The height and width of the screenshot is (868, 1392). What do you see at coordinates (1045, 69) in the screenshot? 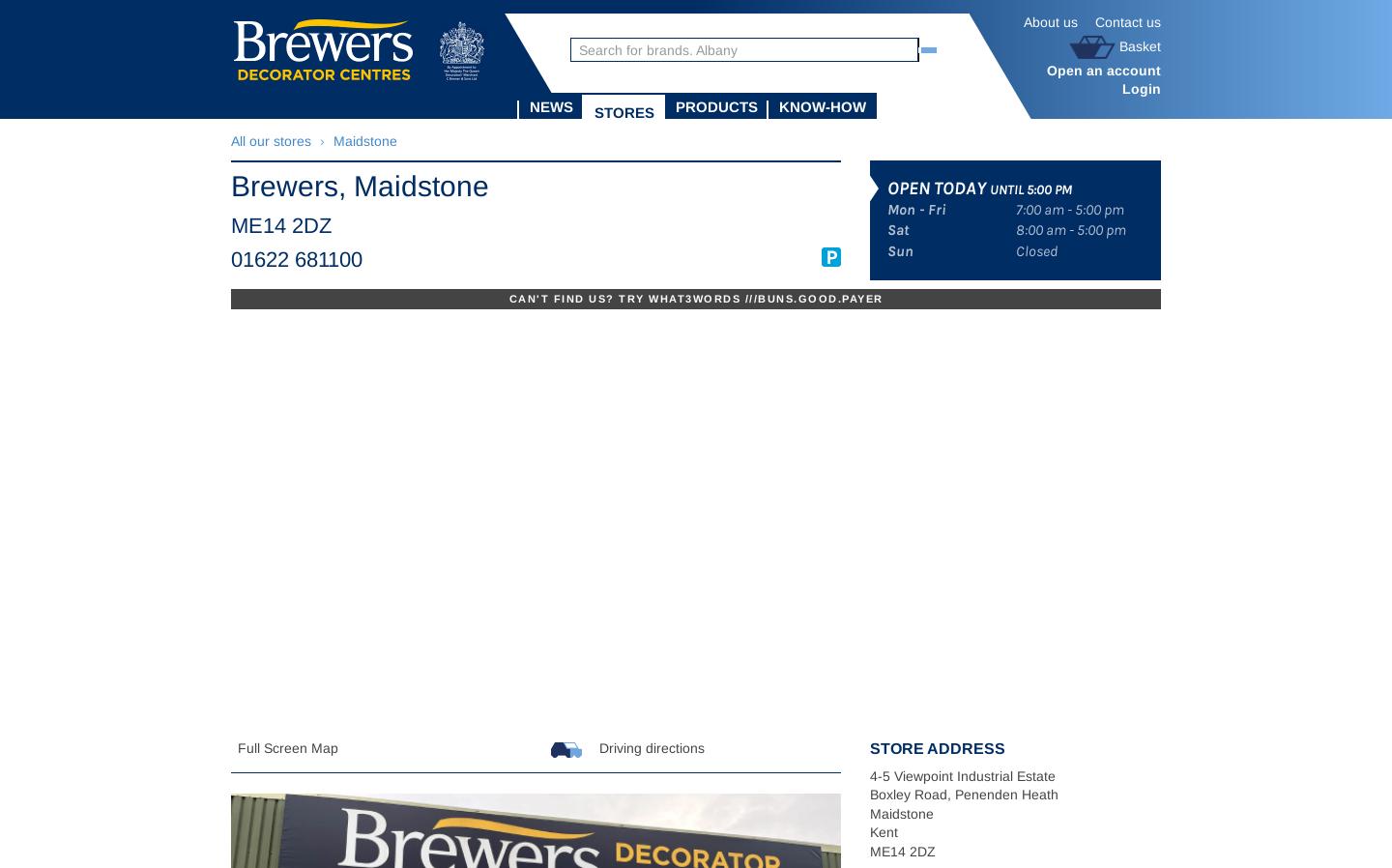
I see `'Open an account'` at bounding box center [1045, 69].